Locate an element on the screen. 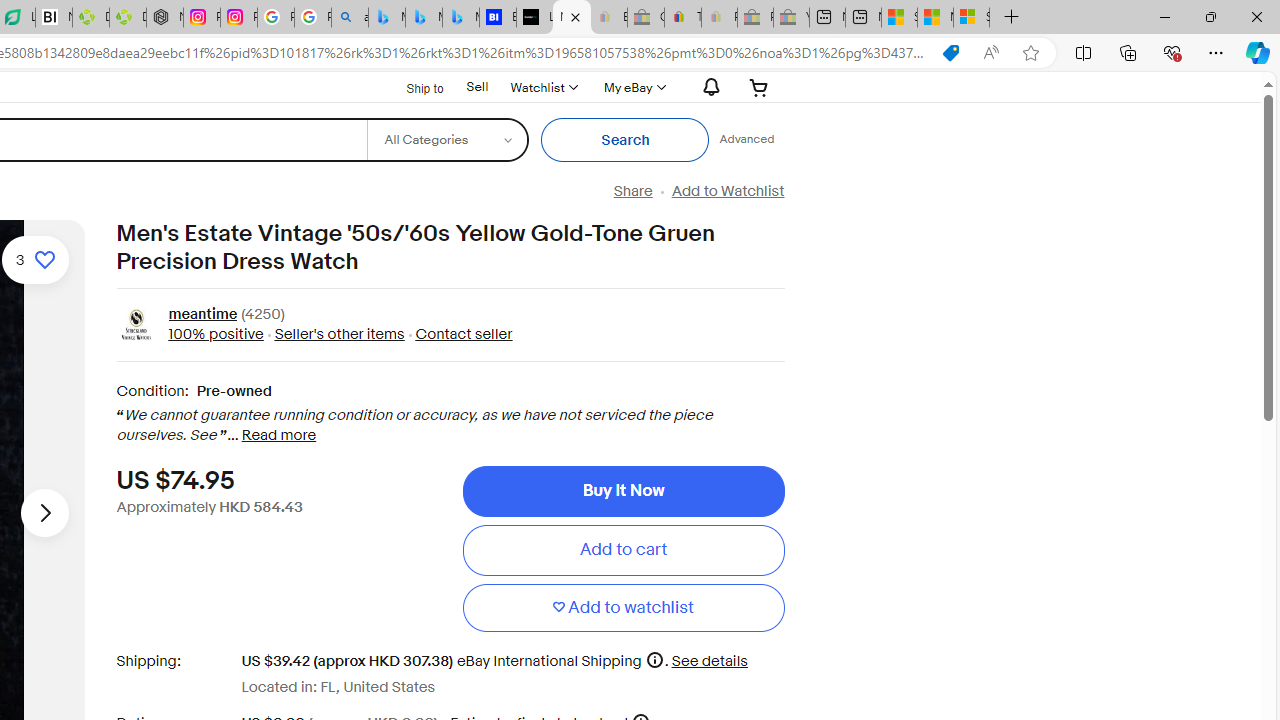 This screenshot has width=1280, height=720. 'Sell' is located at coordinates (476, 86).